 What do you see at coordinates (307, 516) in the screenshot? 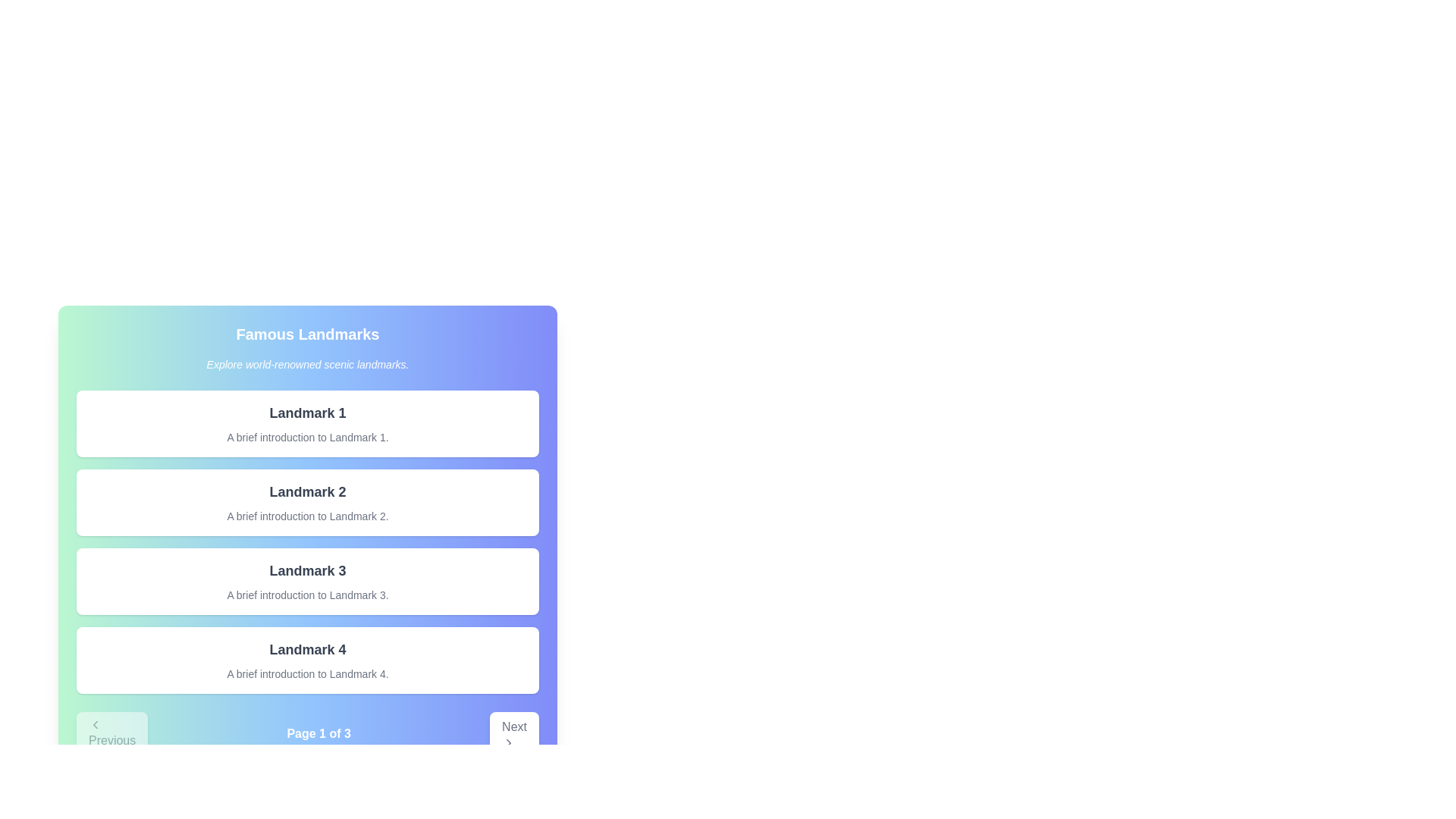
I see `the static text element displaying 'A brief introduction to Landmark 2.' which is positioned below the title 'Landmark 2'` at bounding box center [307, 516].